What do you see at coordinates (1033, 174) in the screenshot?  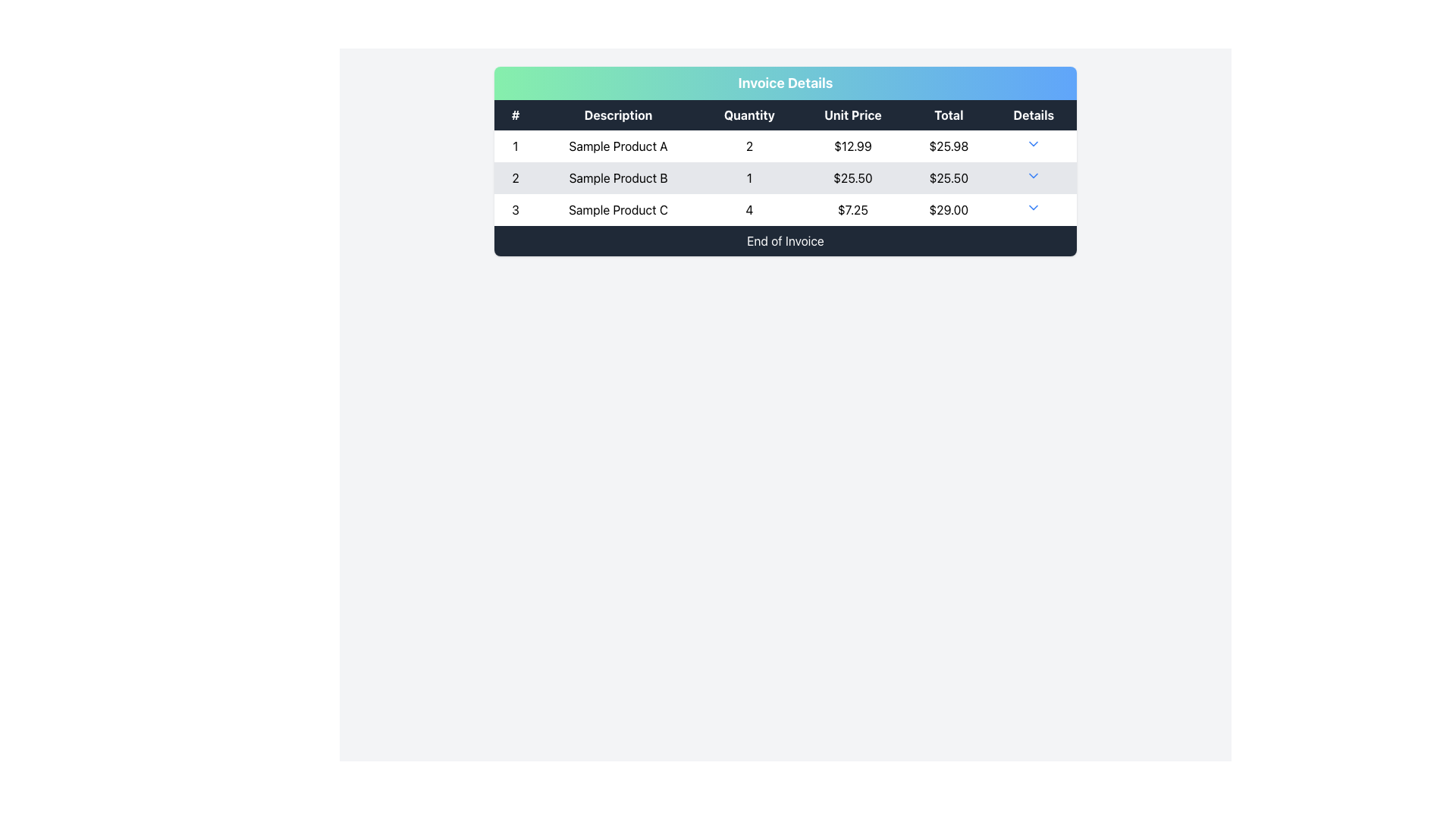 I see `the small blue down-facing chevron icon located in the second row under the 'Details' column of the table, aligned with 'Sample Product B'` at bounding box center [1033, 174].